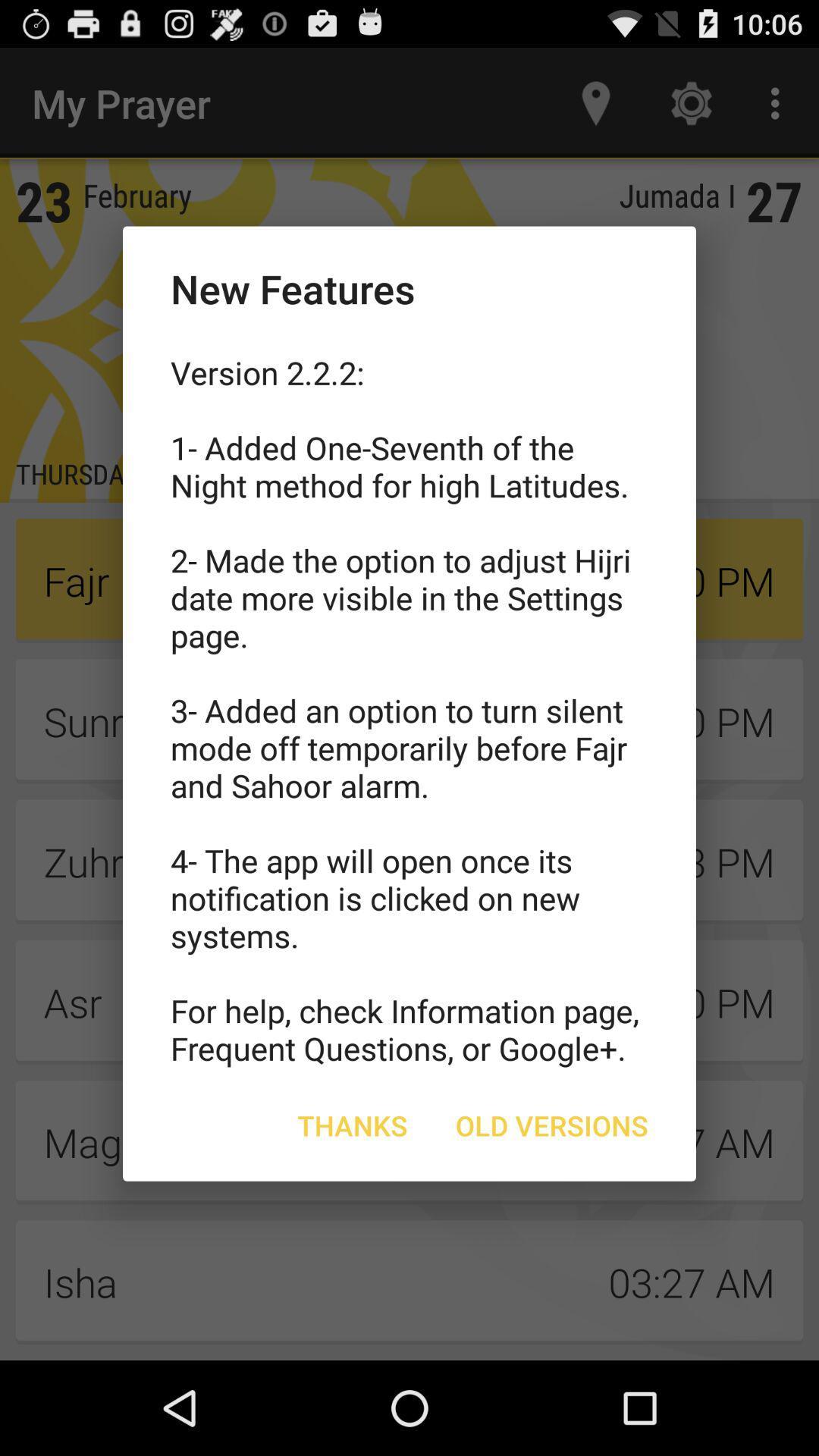  I want to click on icon to the left of old versions icon, so click(353, 1125).